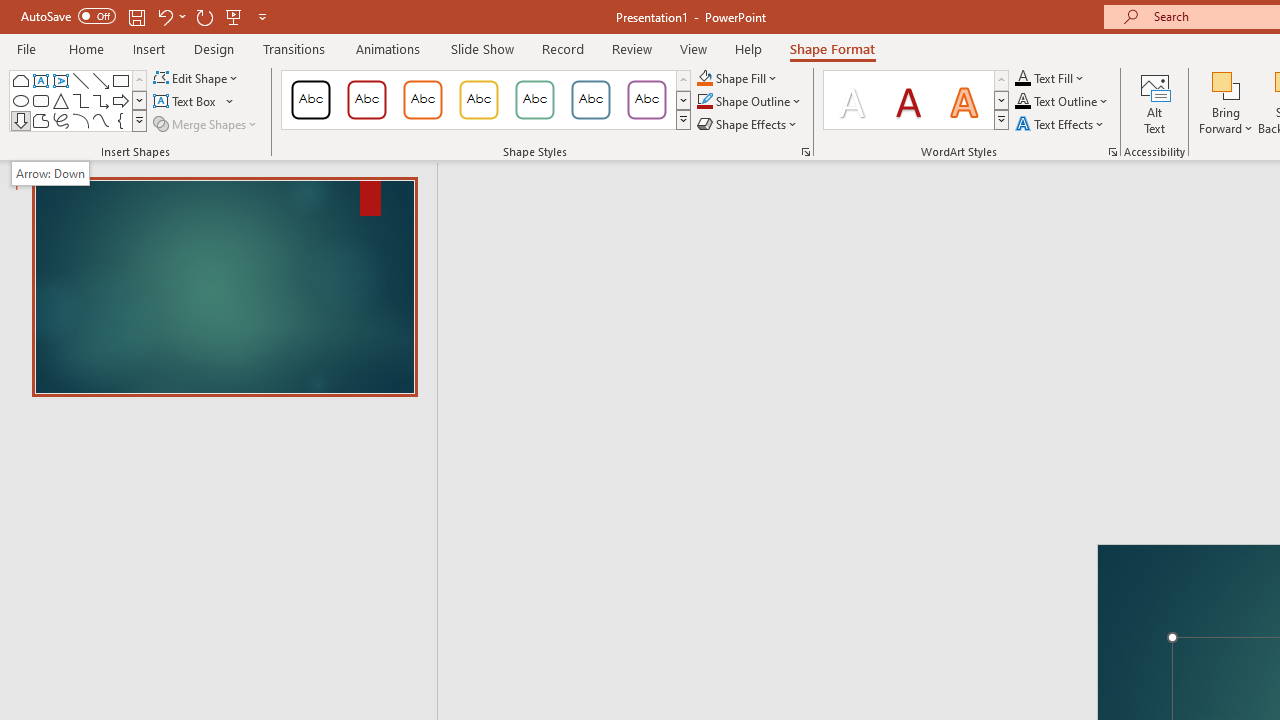  What do you see at coordinates (21, 100) in the screenshot?
I see `'Oval'` at bounding box center [21, 100].